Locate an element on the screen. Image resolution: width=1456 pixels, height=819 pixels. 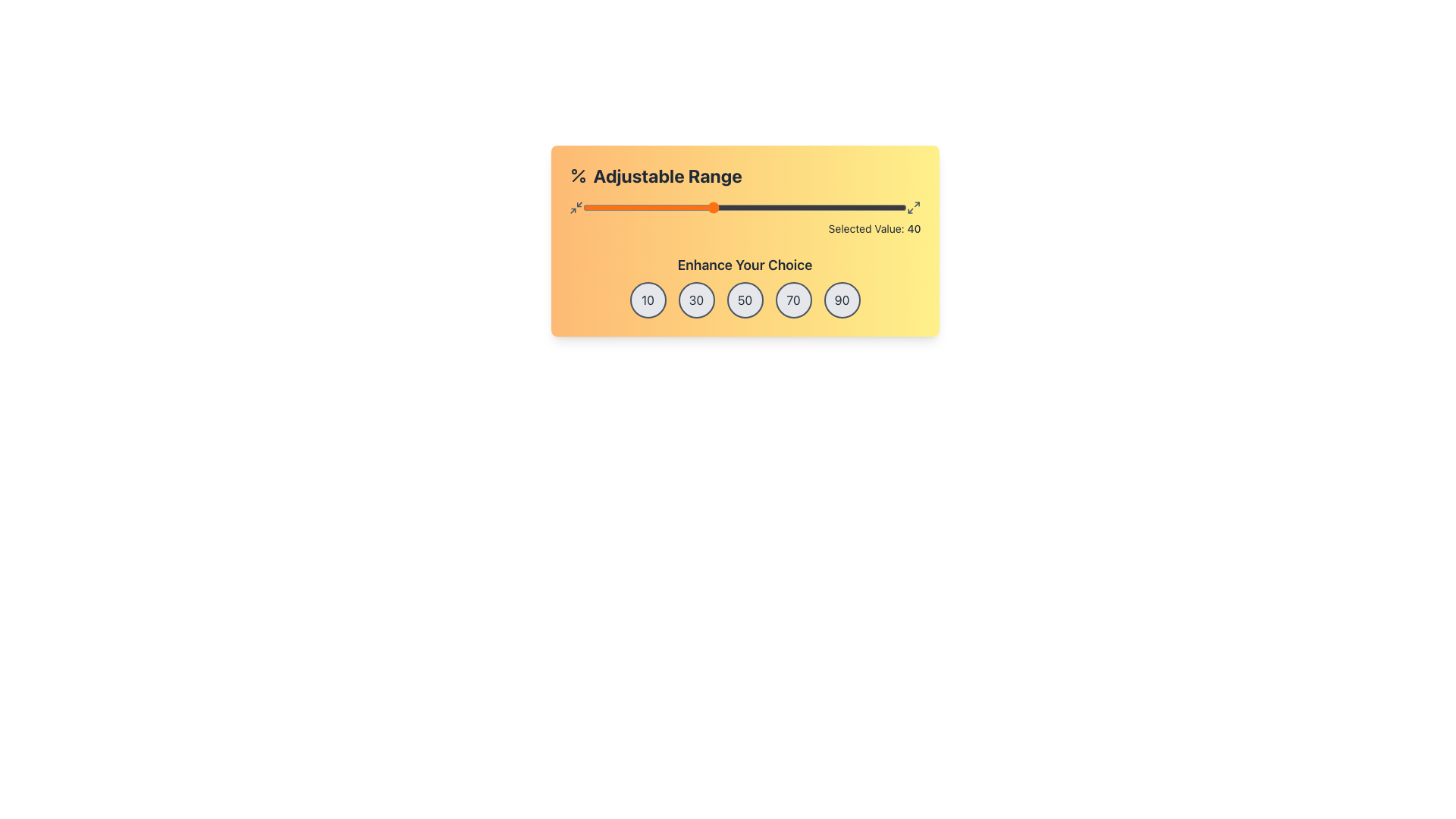
the slider value is located at coordinates (818, 207).